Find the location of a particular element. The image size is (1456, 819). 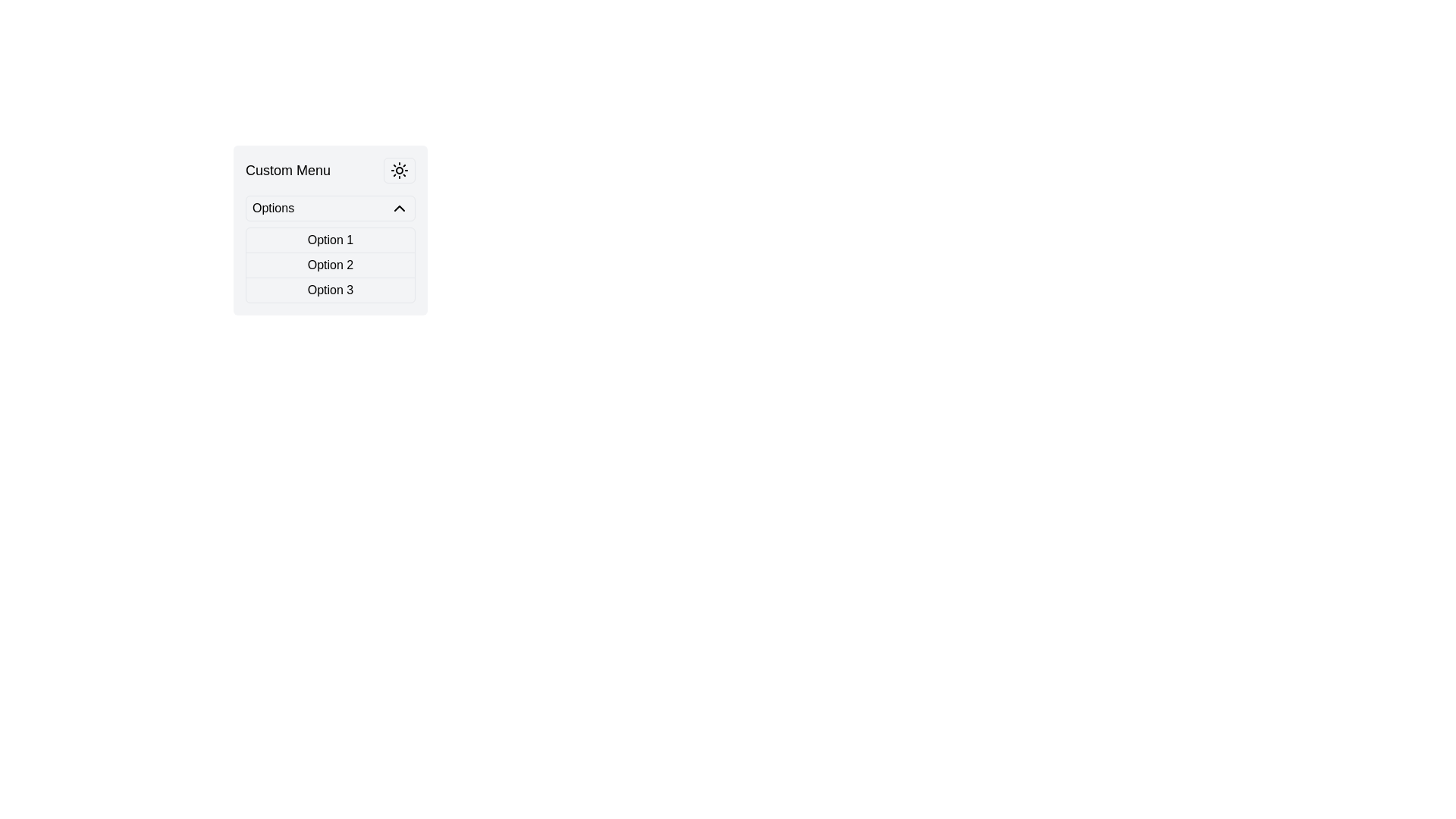

the static text element that serves as a descriptive title for the menu or widget, located at the leftmost side of the header bar, next to the sun icon is located at coordinates (287, 170).